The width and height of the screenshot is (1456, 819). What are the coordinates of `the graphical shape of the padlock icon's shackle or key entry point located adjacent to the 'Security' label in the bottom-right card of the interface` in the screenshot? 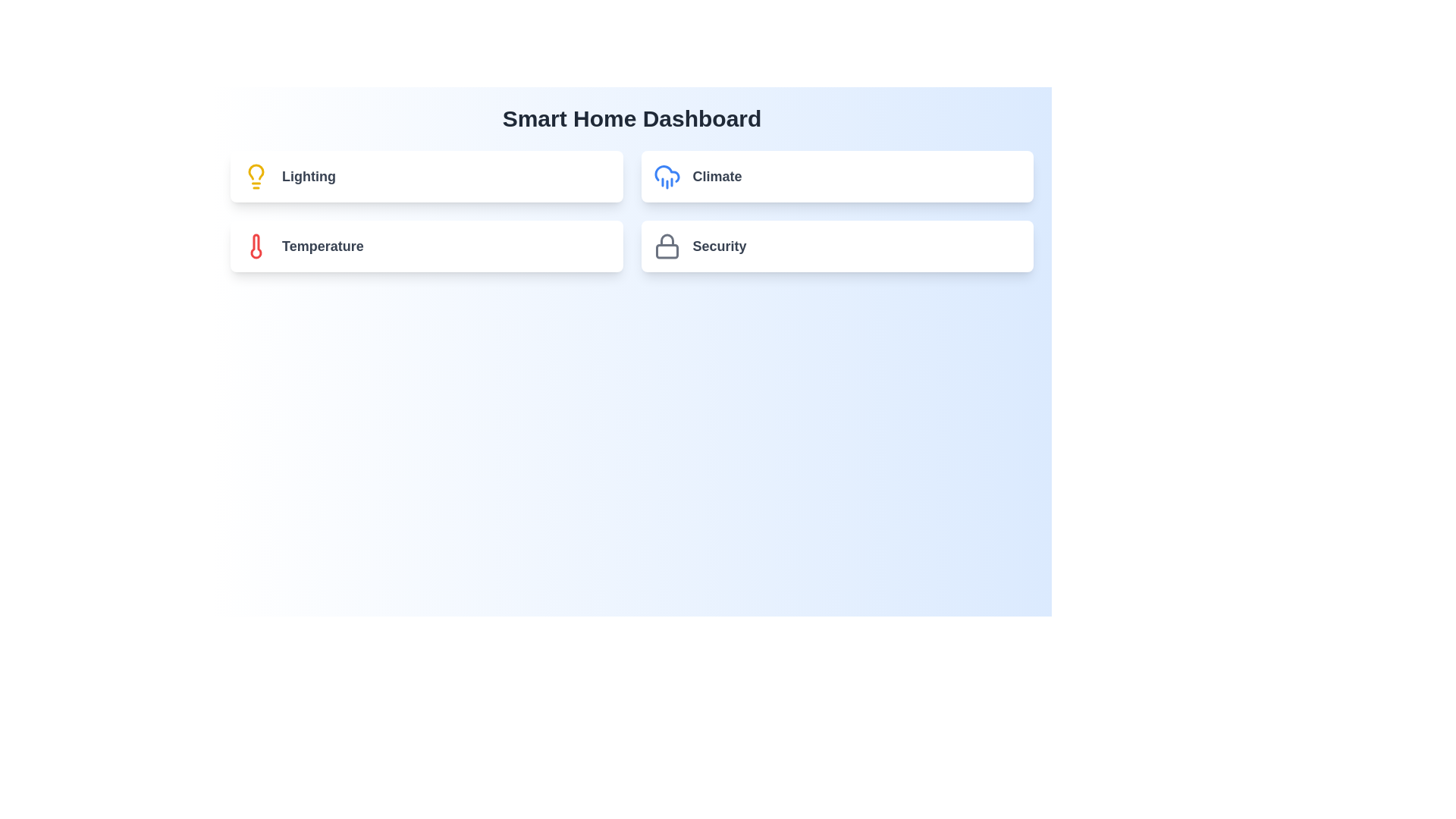 It's located at (667, 250).